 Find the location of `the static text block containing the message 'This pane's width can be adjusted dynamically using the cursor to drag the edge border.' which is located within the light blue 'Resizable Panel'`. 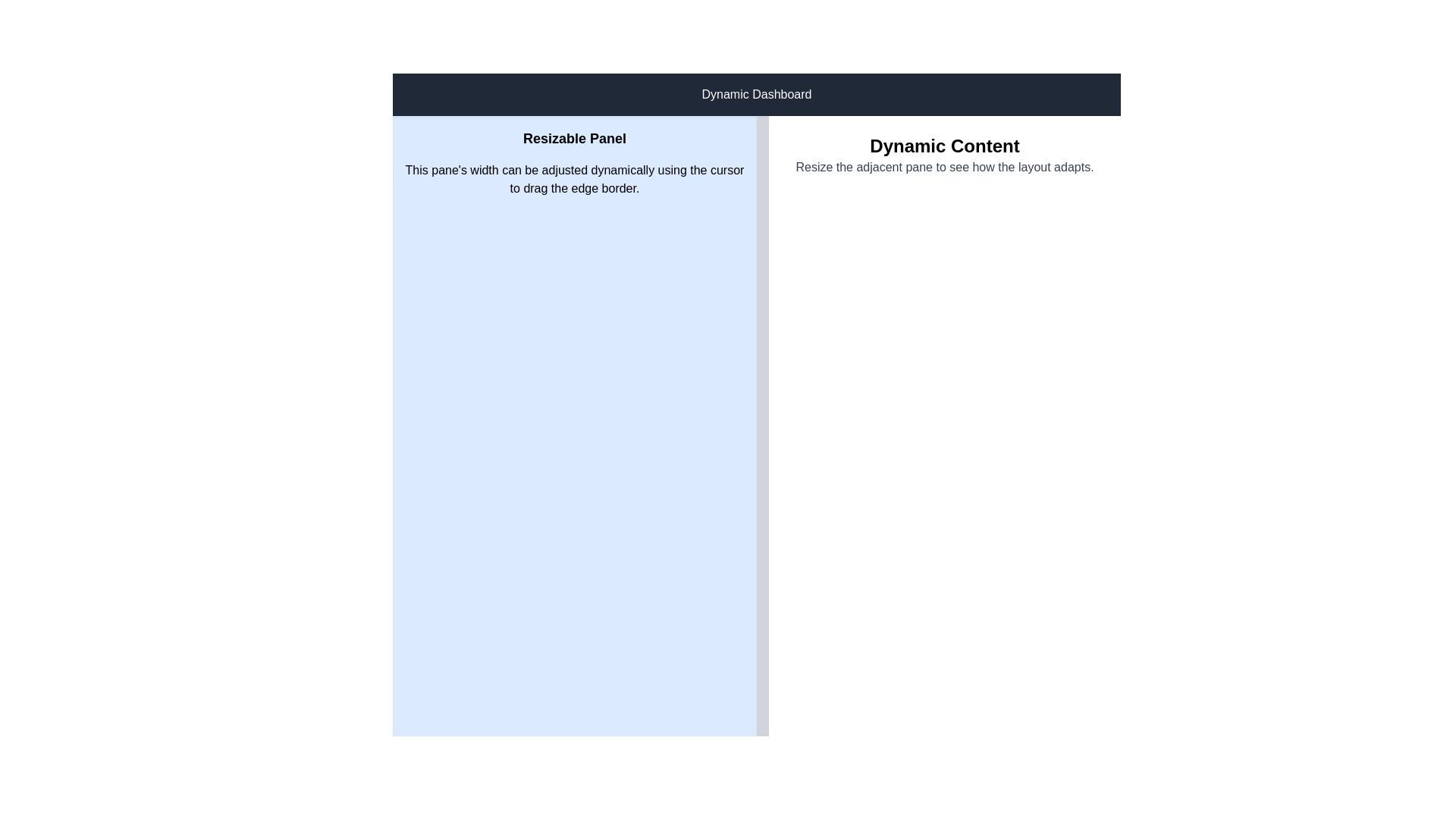

the static text block containing the message 'This pane's width can be adjusted dynamically using the cursor to drag the edge border.' which is located within the light blue 'Resizable Panel' is located at coordinates (574, 178).